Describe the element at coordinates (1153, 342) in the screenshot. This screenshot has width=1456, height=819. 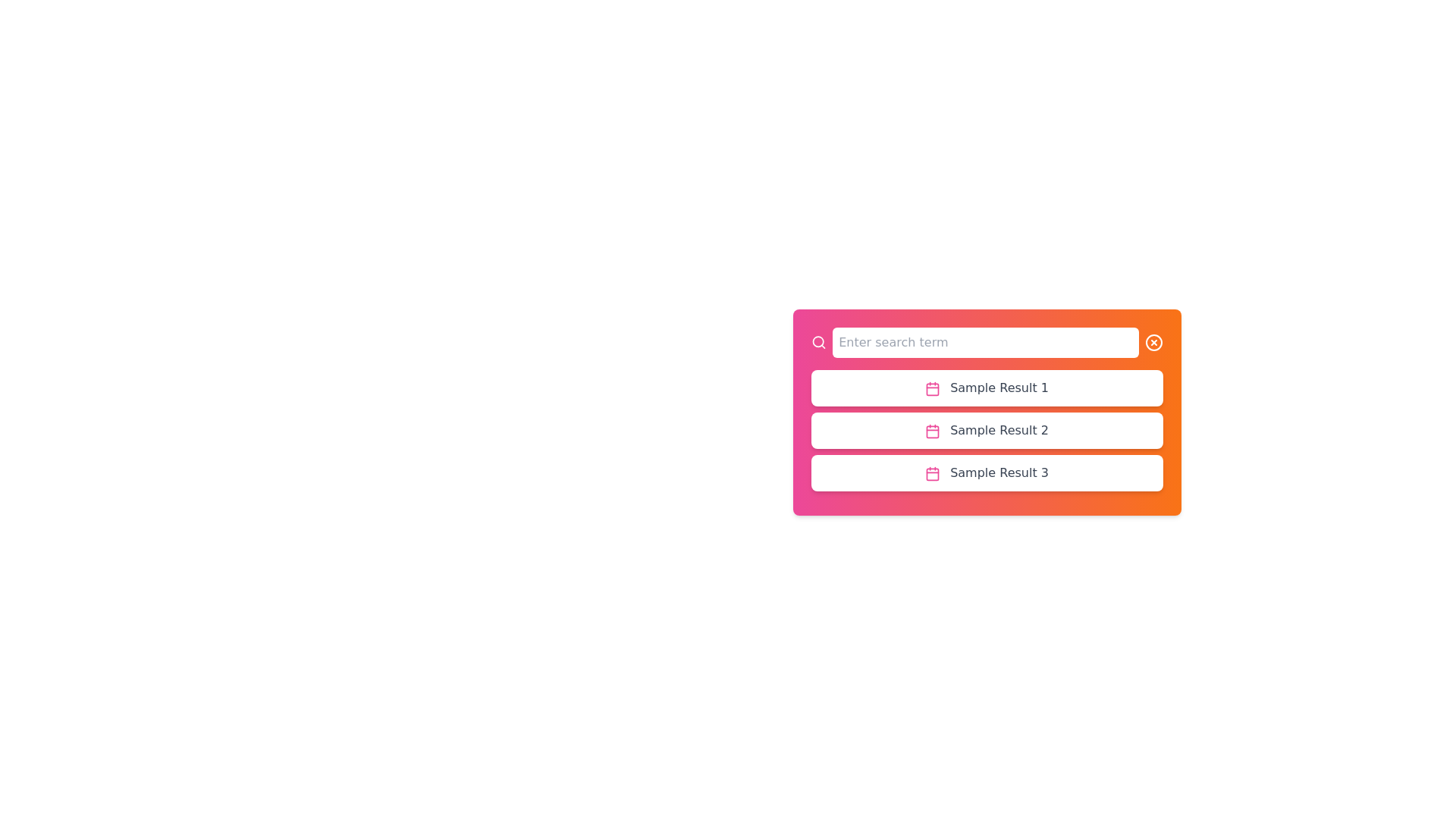
I see `the clear button located at the far-right end of the search bar to reset the entered search terms` at that location.